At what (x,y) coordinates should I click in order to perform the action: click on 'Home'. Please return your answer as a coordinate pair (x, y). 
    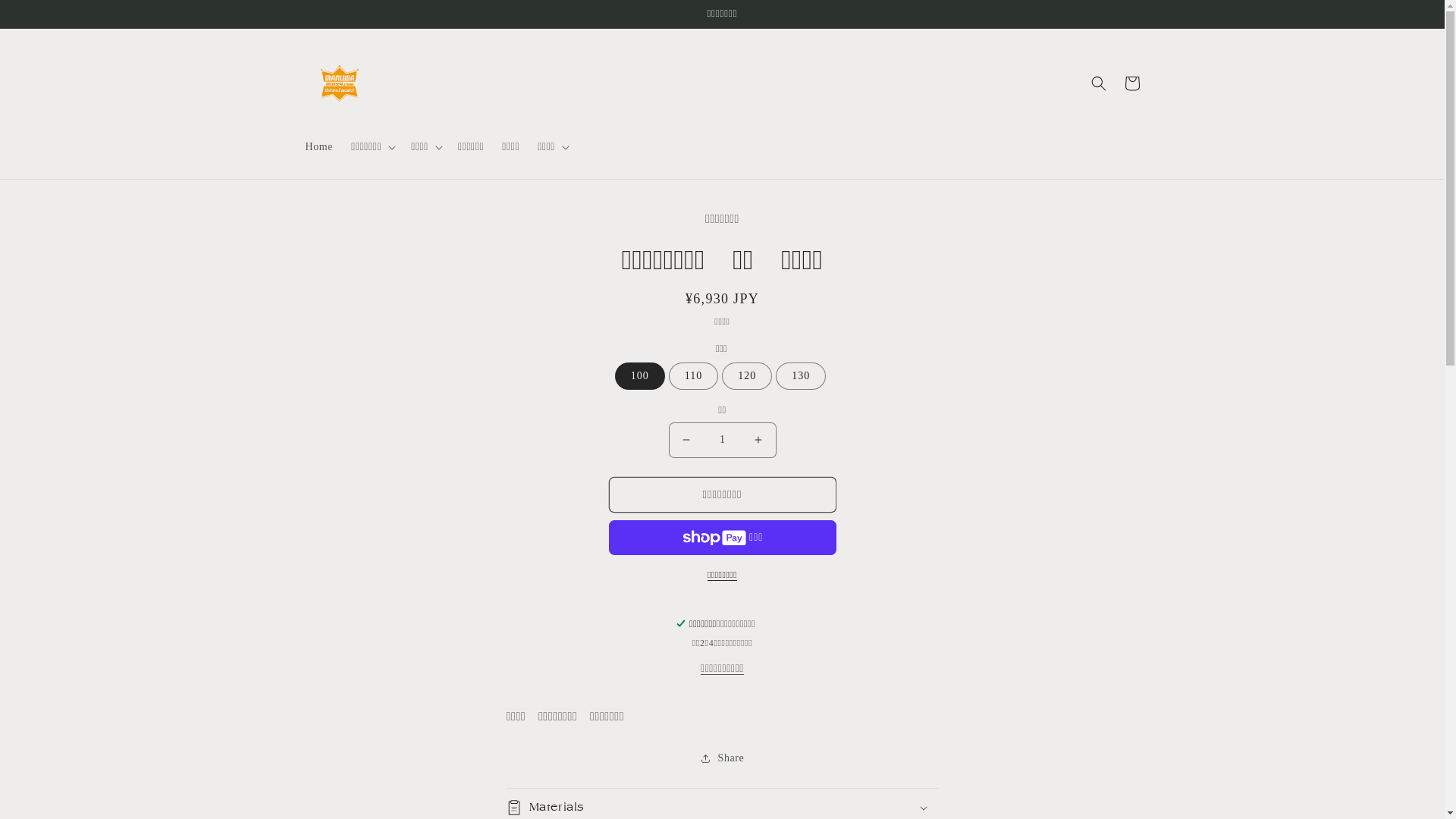
    Looking at the image, I should click on (295, 146).